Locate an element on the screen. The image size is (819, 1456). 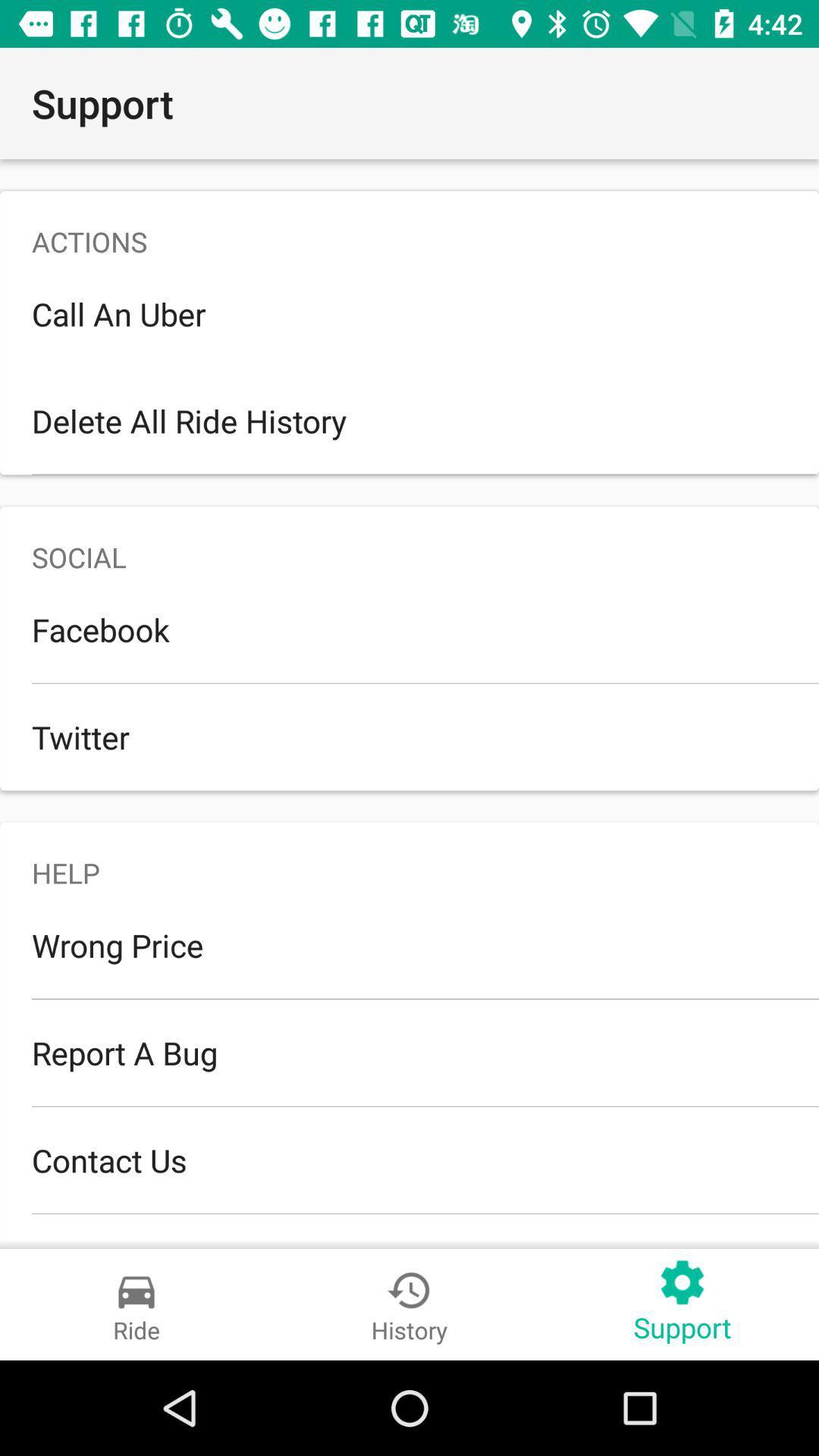
the delete all ride icon is located at coordinates (409, 421).